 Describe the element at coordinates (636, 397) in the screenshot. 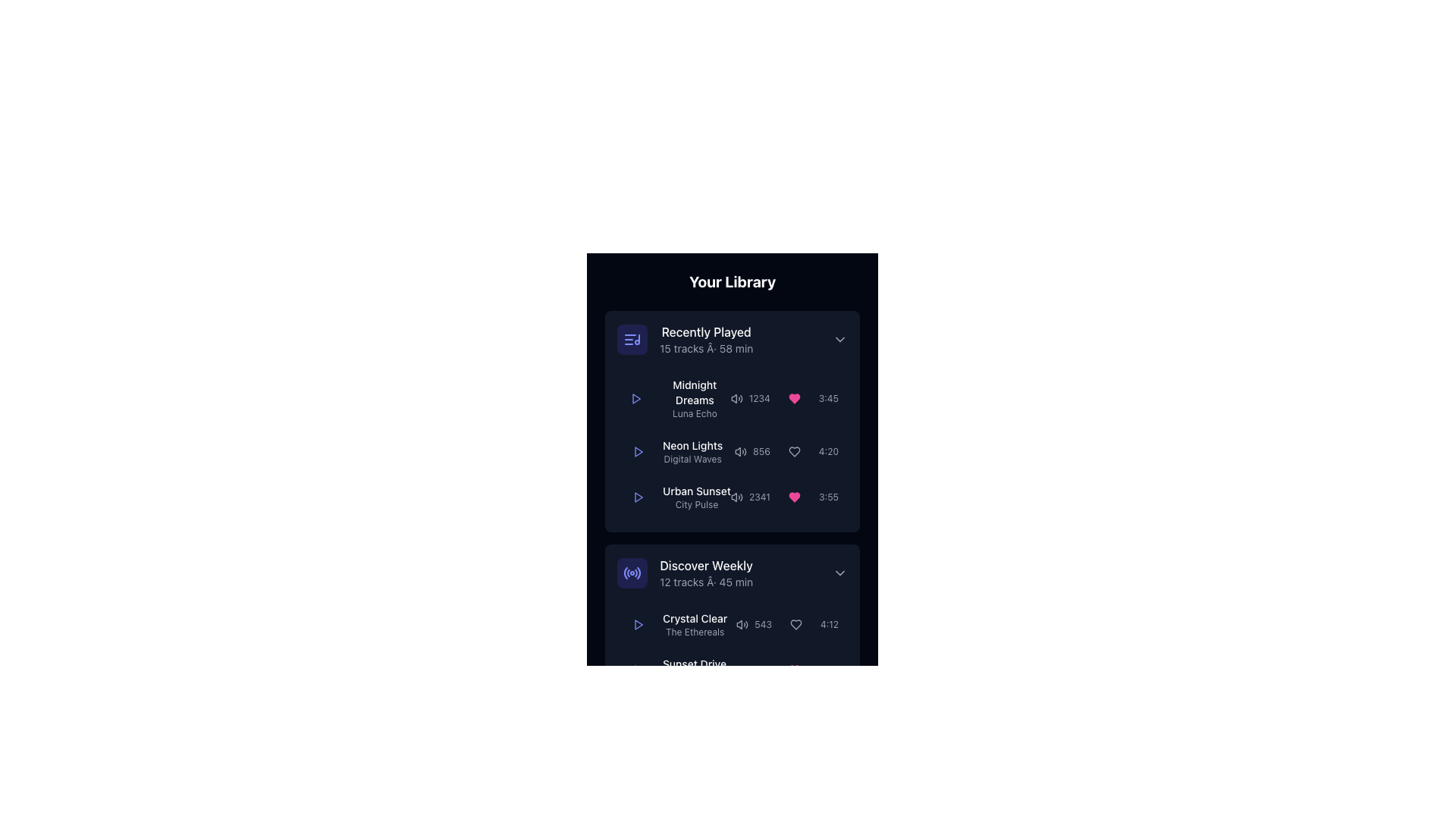

I see `the circular play button with a translucent indigo background and a triangular play icon to play the track 'Midnight Dreams'` at that location.